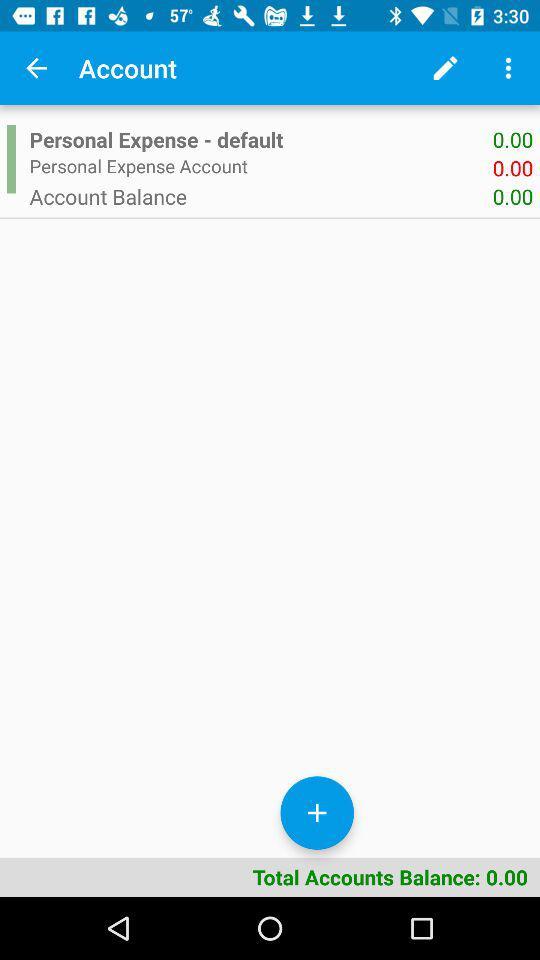 The image size is (540, 960). Describe the element at coordinates (36, 68) in the screenshot. I see `icon to the left of the account app` at that location.